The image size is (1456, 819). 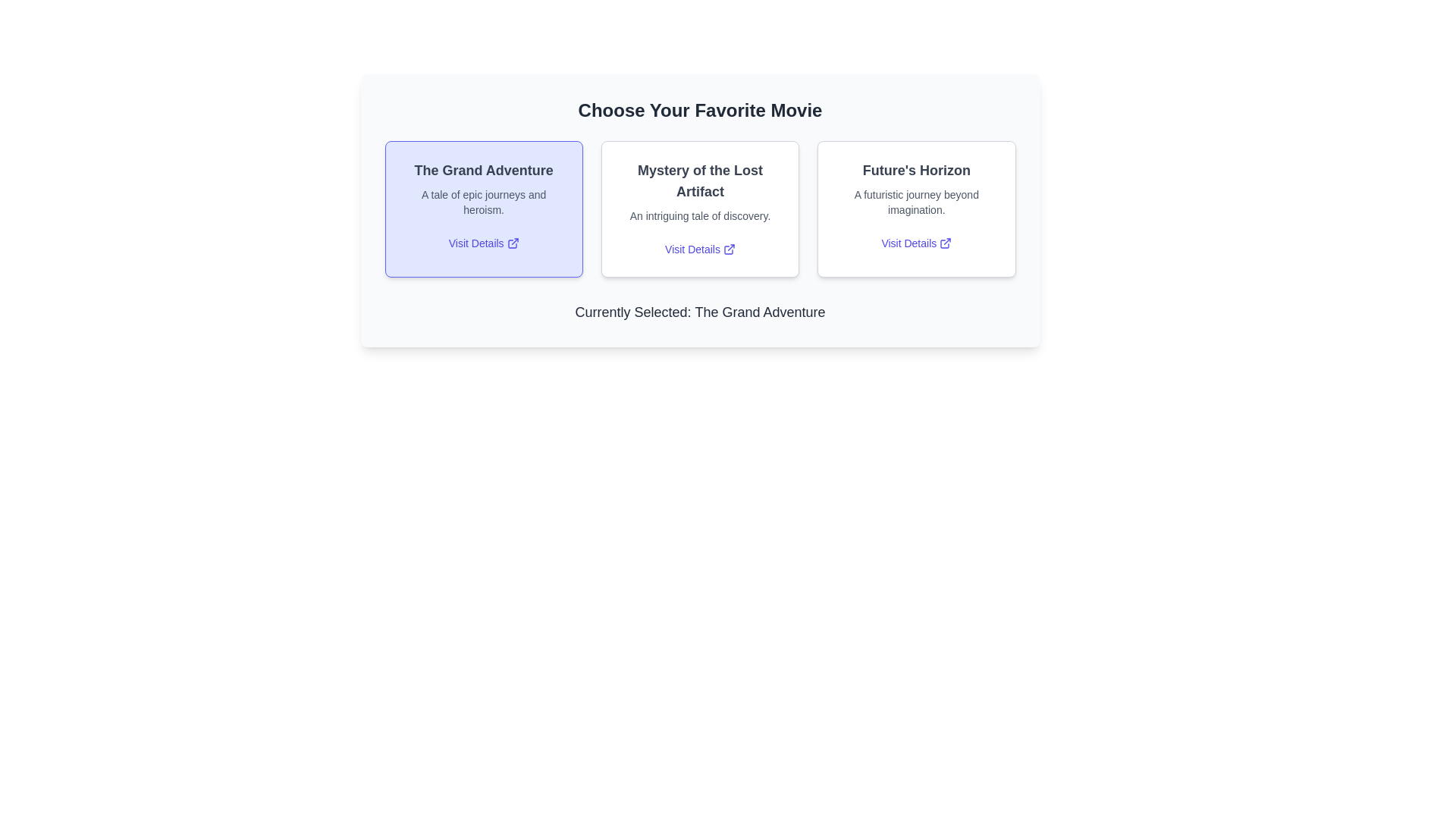 What do you see at coordinates (699, 312) in the screenshot?
I see `the text label that displays 'Currently Selected: The Grand Adventure', which is centered below the movie selection grid` at bounding box center [699, 312].